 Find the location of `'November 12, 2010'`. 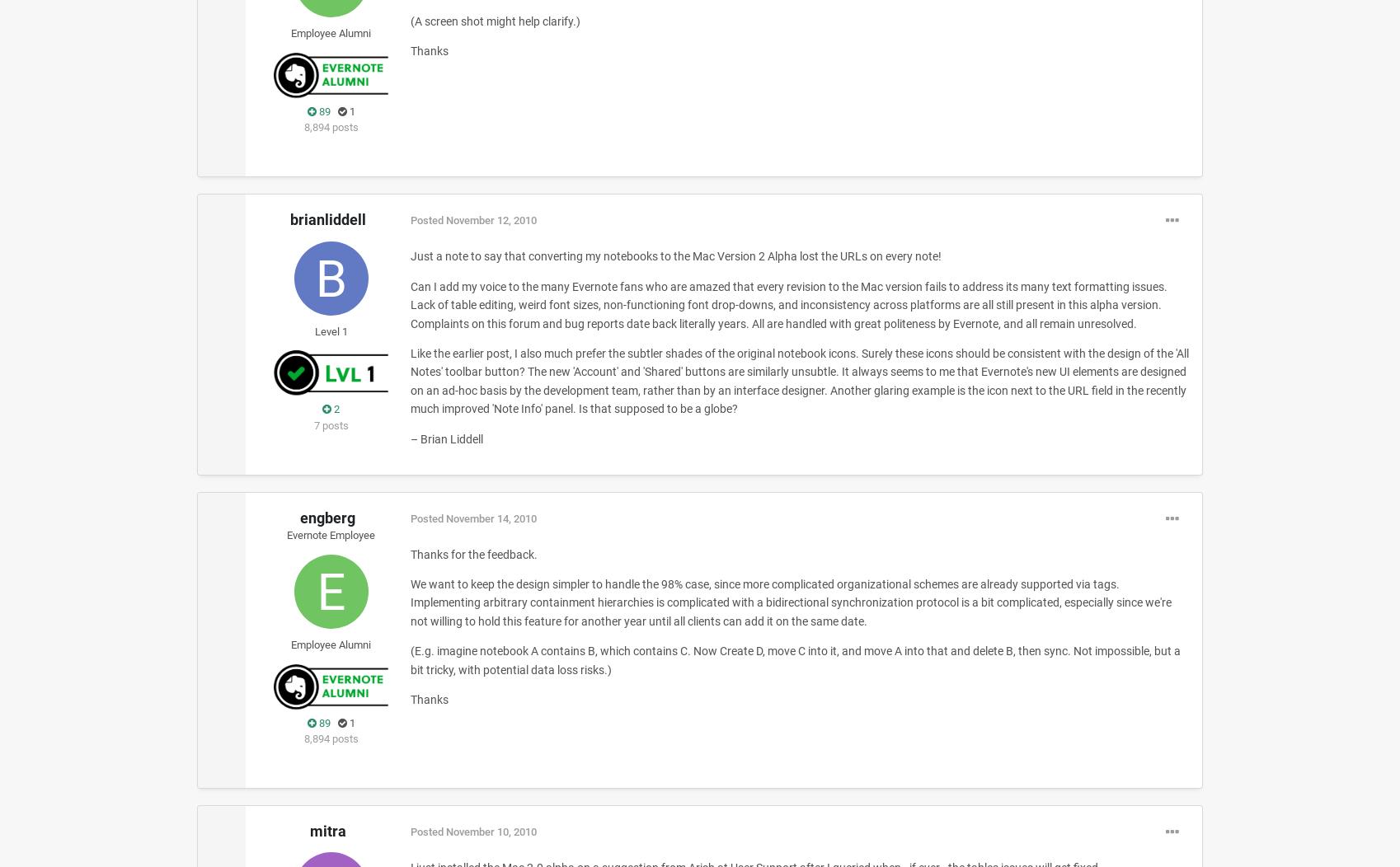

'November 12, 2010' is located at coordinates (490, 220).